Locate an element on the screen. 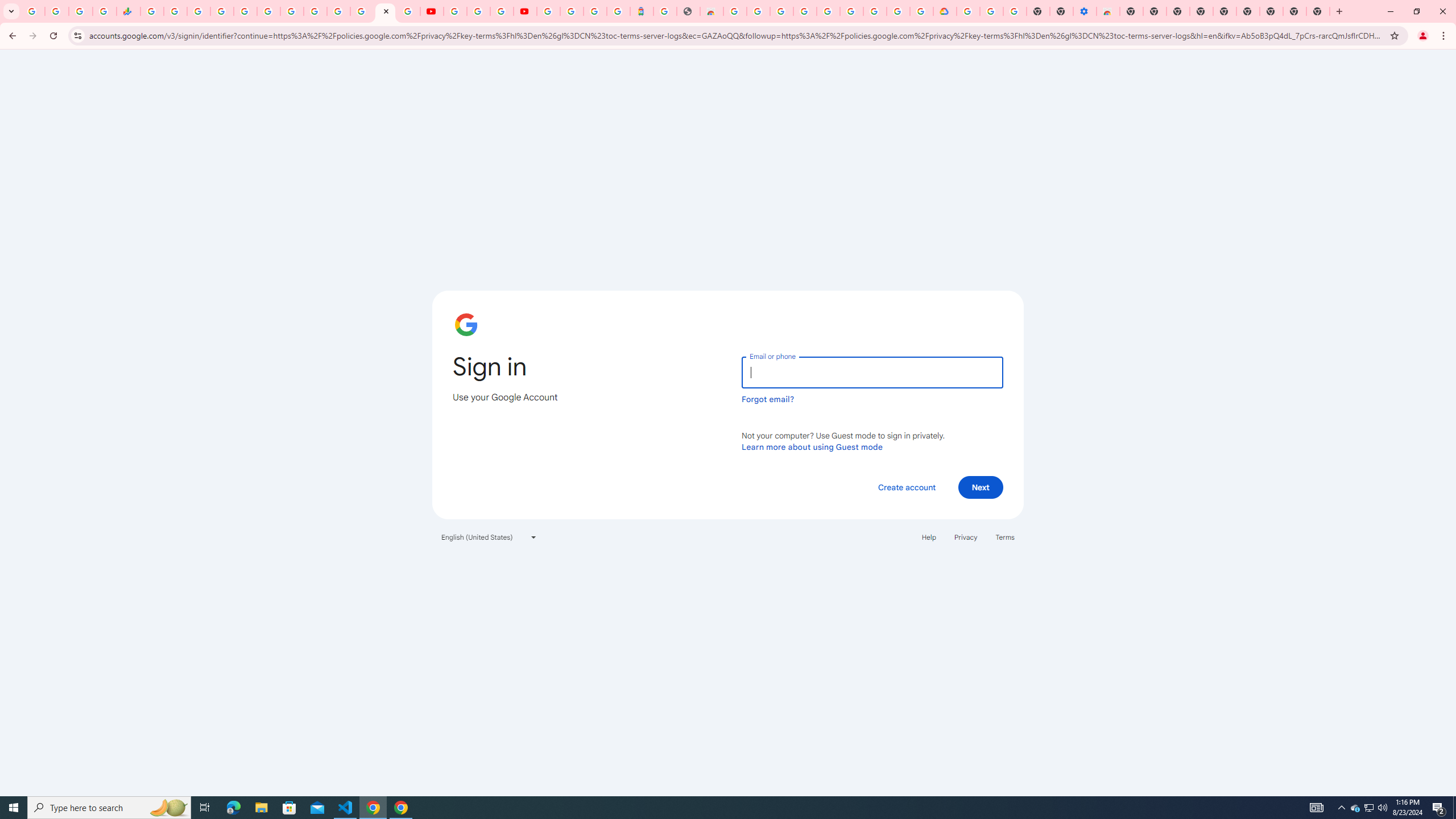  'Learn more about using Guest mode' is located at coordinates (812, 446).